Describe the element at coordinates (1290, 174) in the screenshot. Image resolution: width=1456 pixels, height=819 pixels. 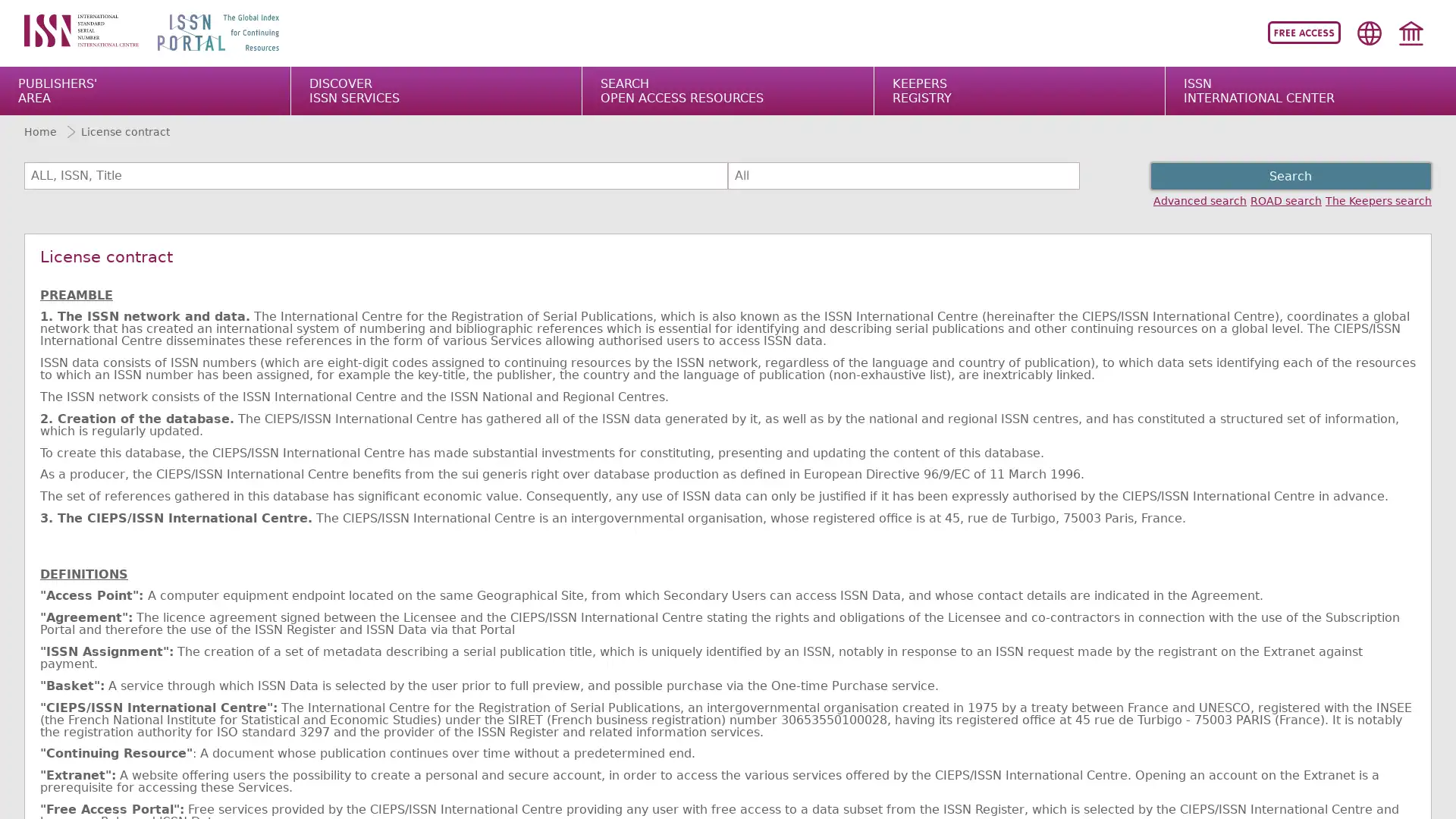
I see `Search` at that location.